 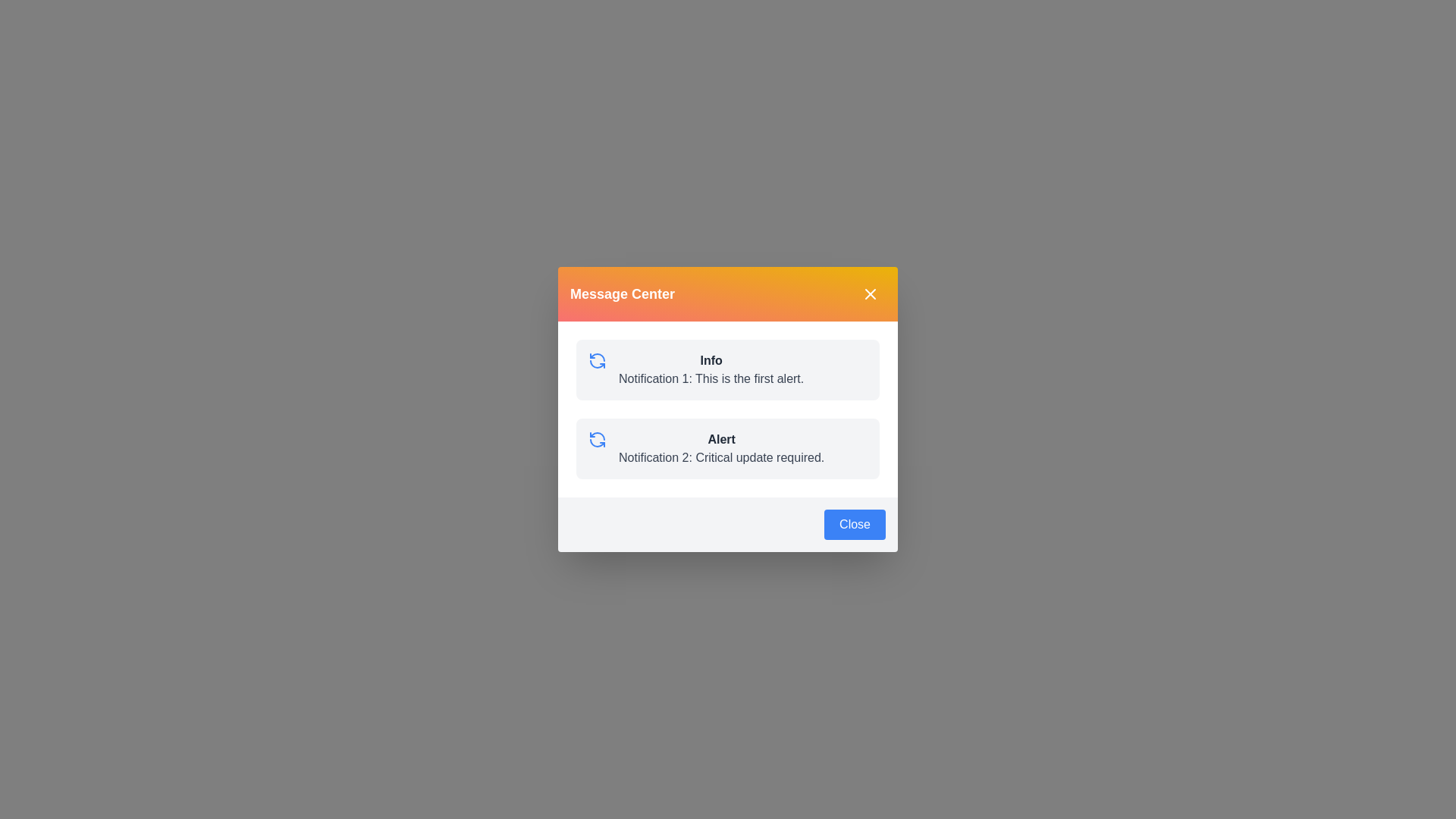 What do you see at coordinates (870, 294) in the screenshot?
I see `the 'X' button in the header to close the dialog` at bounding box center [870, 294].